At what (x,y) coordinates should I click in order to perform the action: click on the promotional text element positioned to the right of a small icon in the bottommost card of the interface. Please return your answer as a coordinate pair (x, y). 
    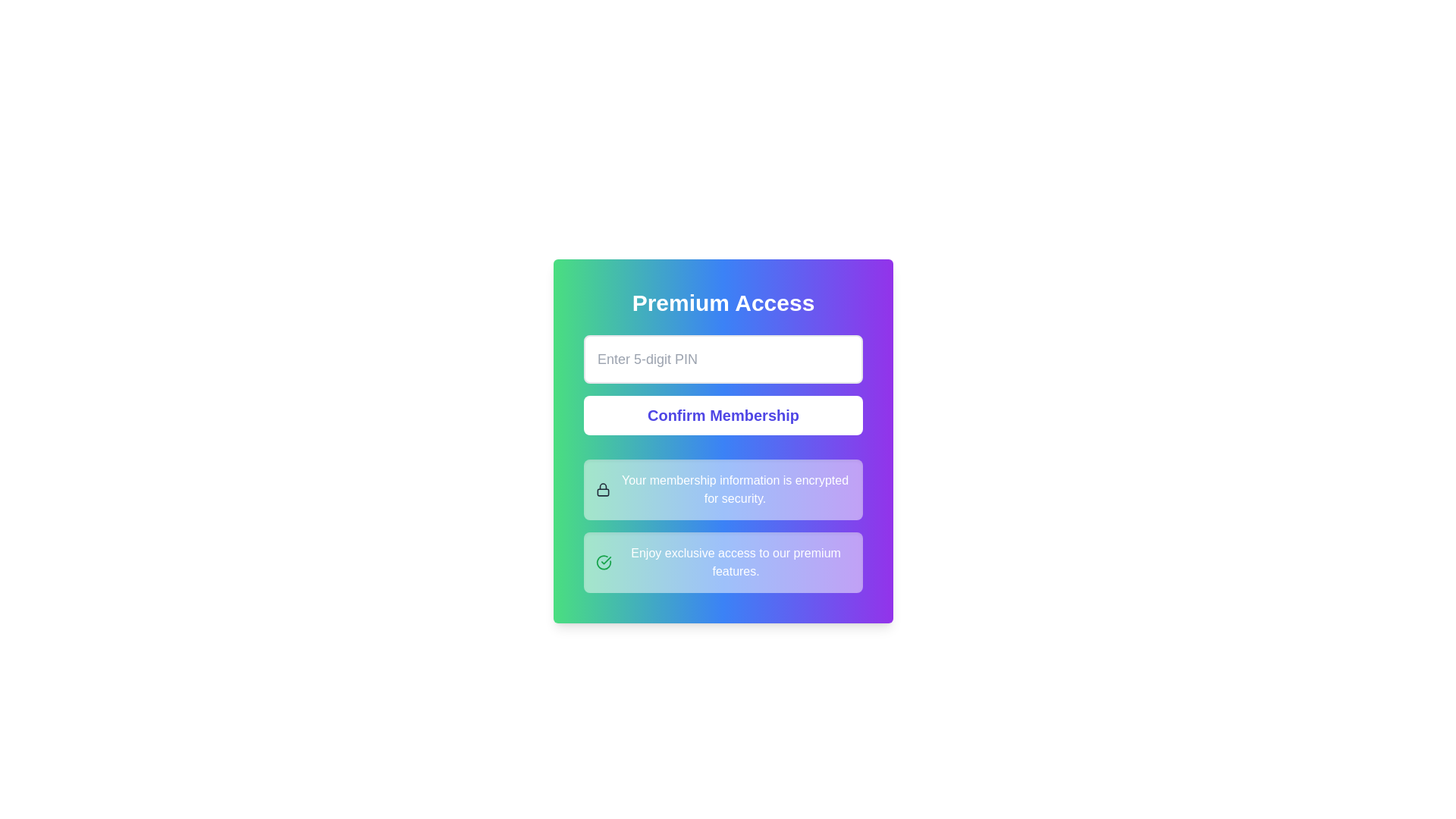
    Looking at the image, I should click on (736, 562).